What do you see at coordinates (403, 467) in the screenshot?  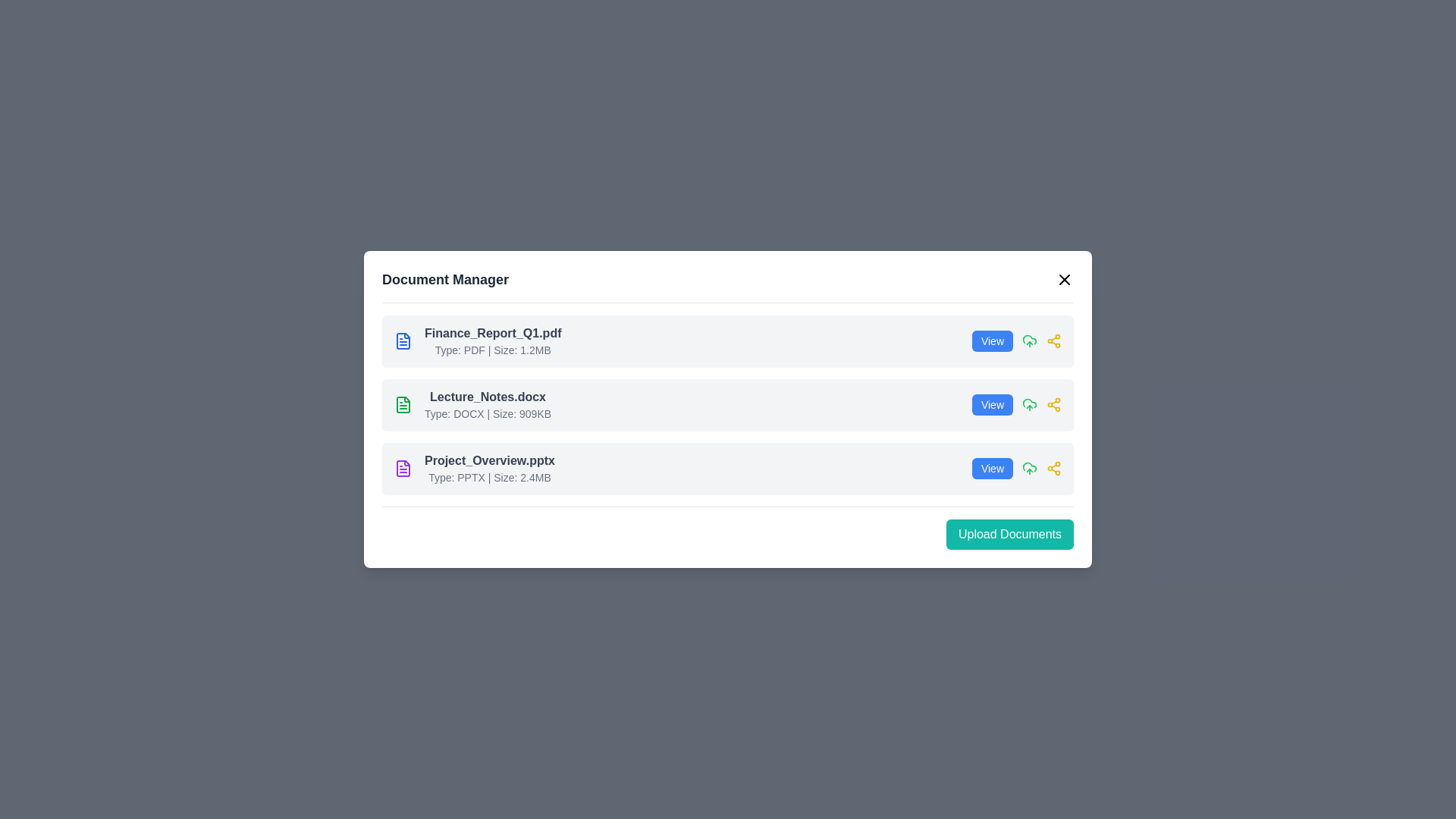 I see `the purple outlined rectangular icon representing the document titled 'Project_Overview.pptx' in the Document Manager interface, which is located in the third position of the list` at bounding box center [403, 467].